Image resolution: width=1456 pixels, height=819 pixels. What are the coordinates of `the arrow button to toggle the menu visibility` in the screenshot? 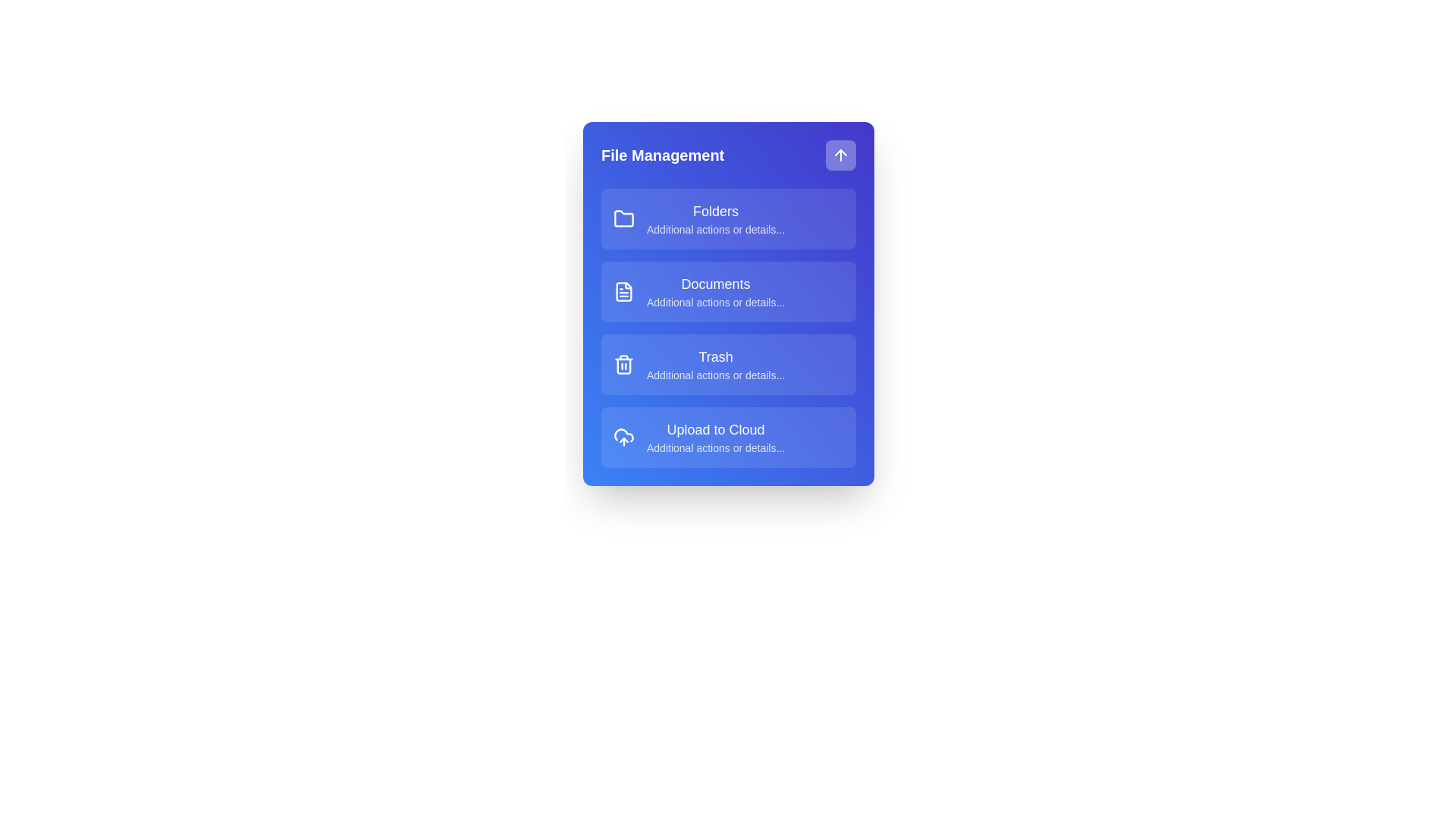 It's located at (839, 155).